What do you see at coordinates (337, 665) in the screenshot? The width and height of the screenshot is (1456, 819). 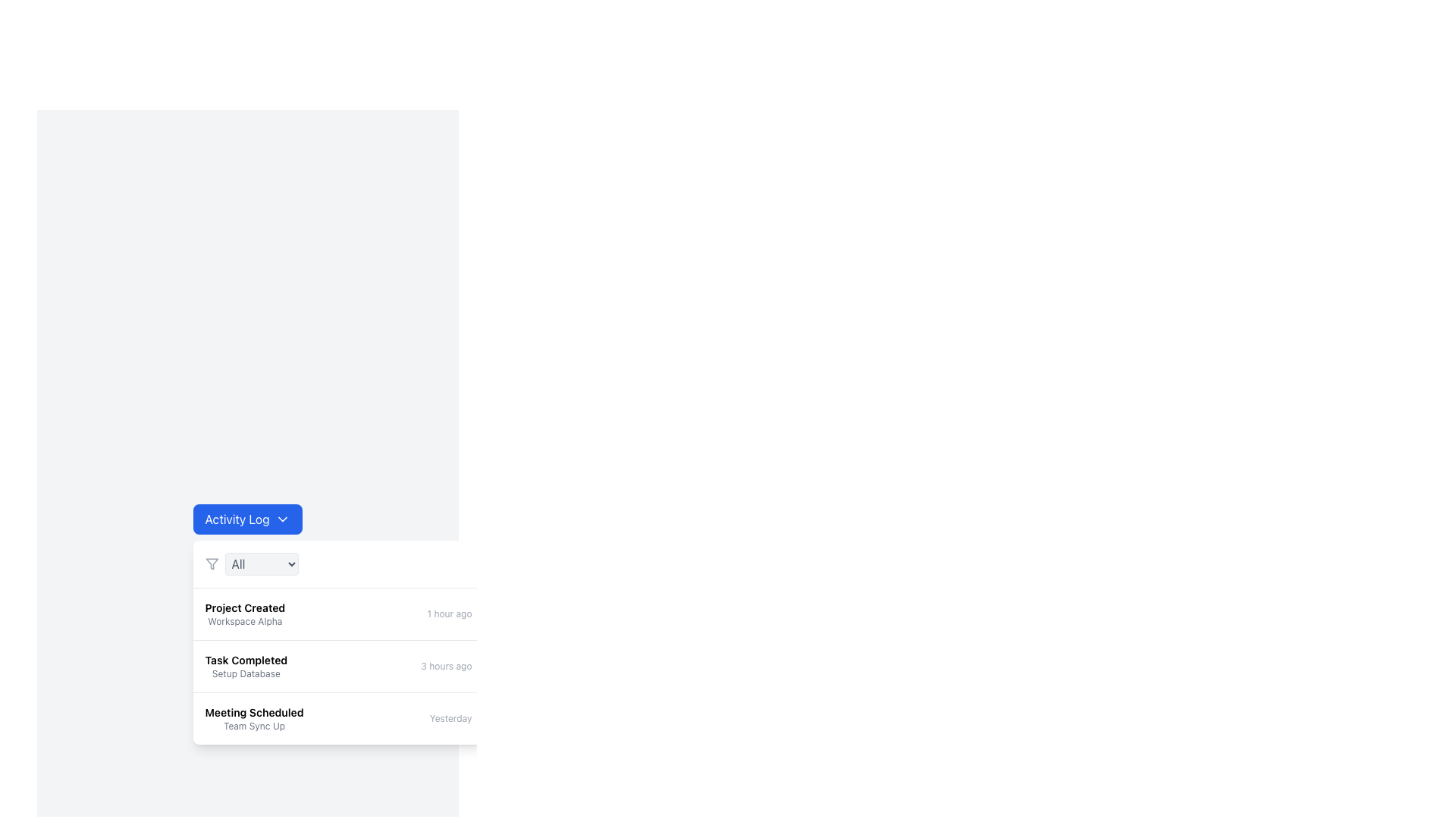 I see `the second item in the 'Activity Log' list, which represents a task completion event` at bounding box center [337, 665].